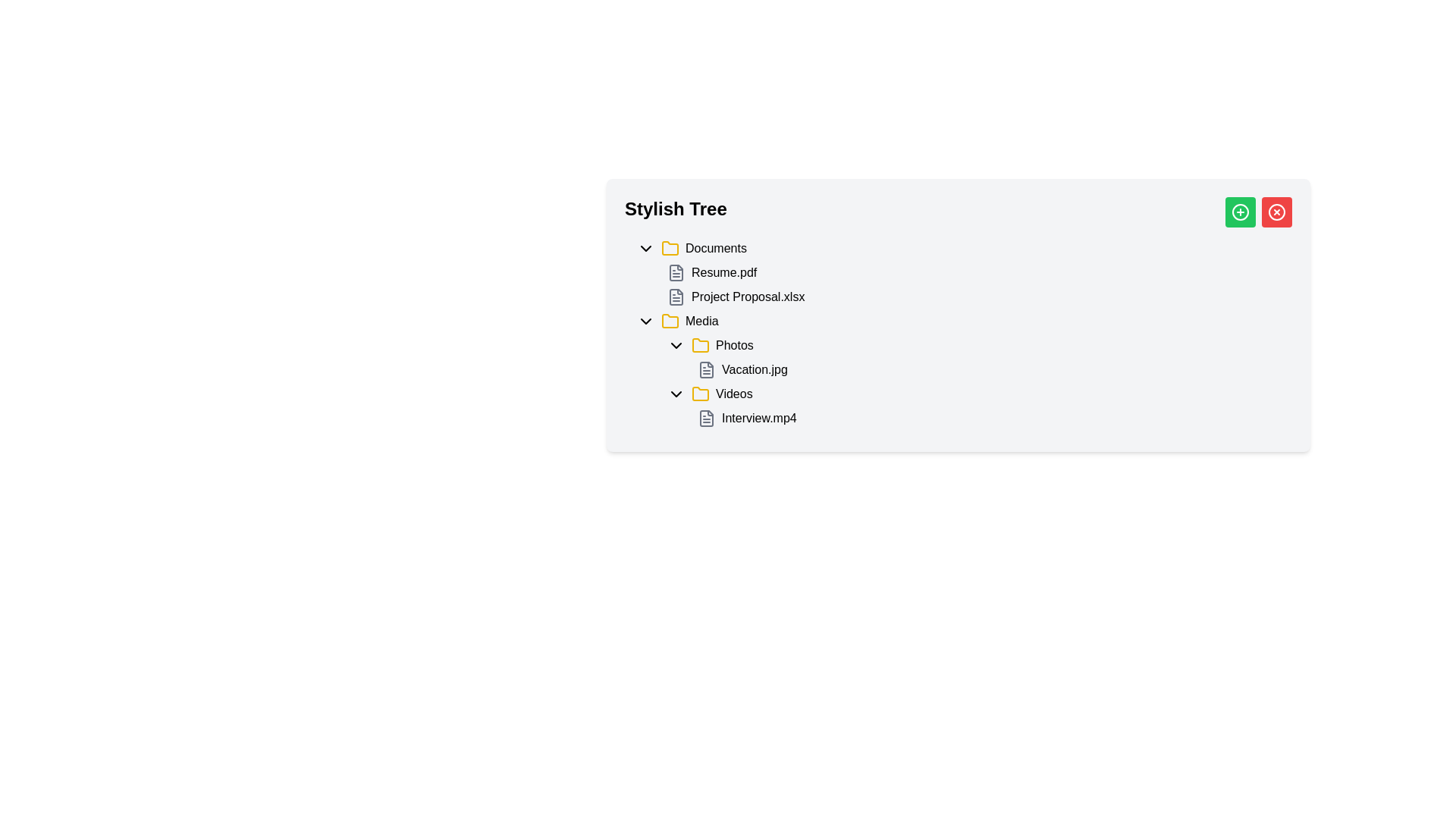  Describe the element at coordinates (1241, 212) in the screenshot. I see `the 'Add' or 'Create' button located in the top-right corner of the 'Stylish Tree' panel` at that location.